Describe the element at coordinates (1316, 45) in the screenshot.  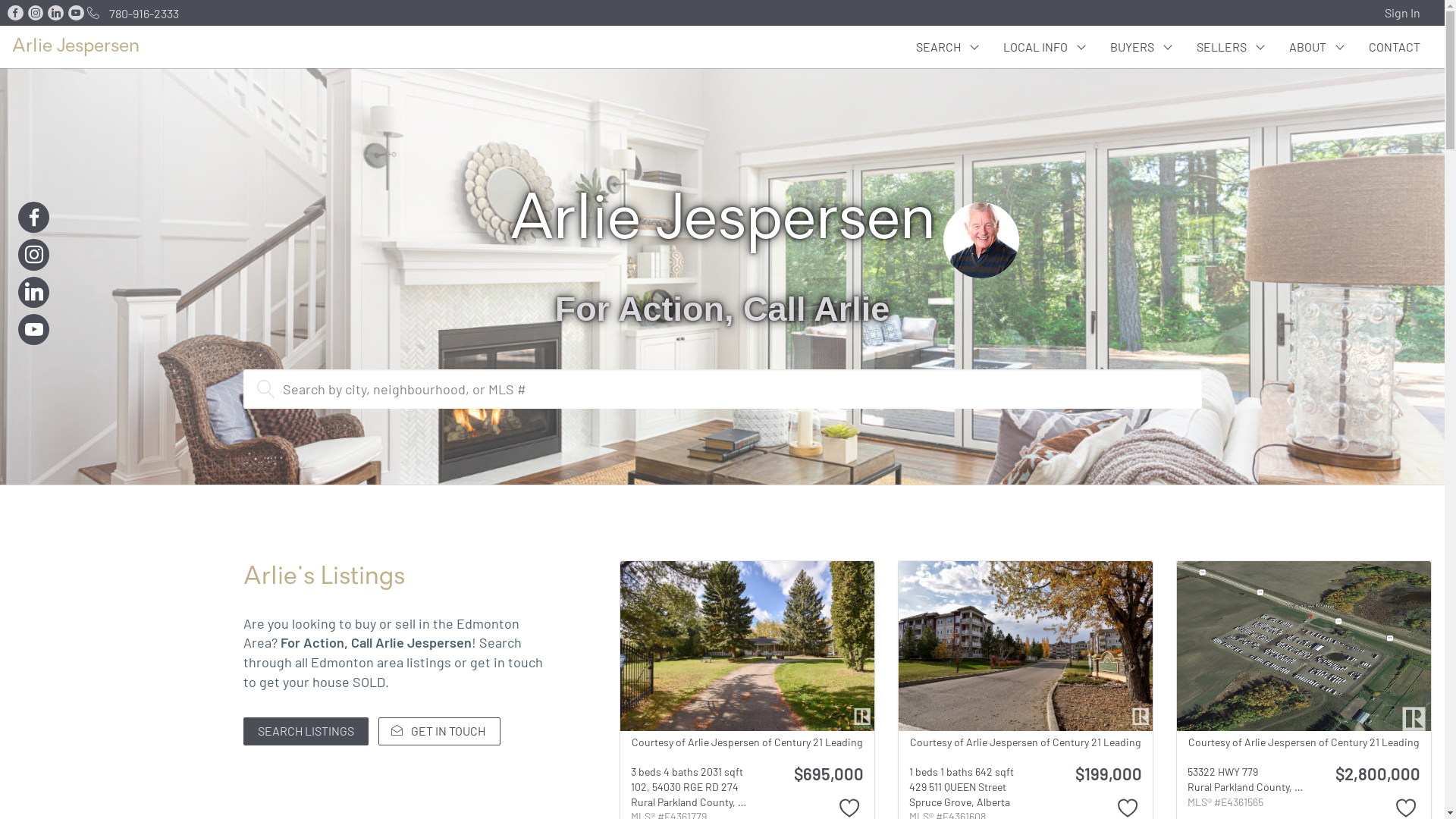
I see `'ABOUT'` at that location.